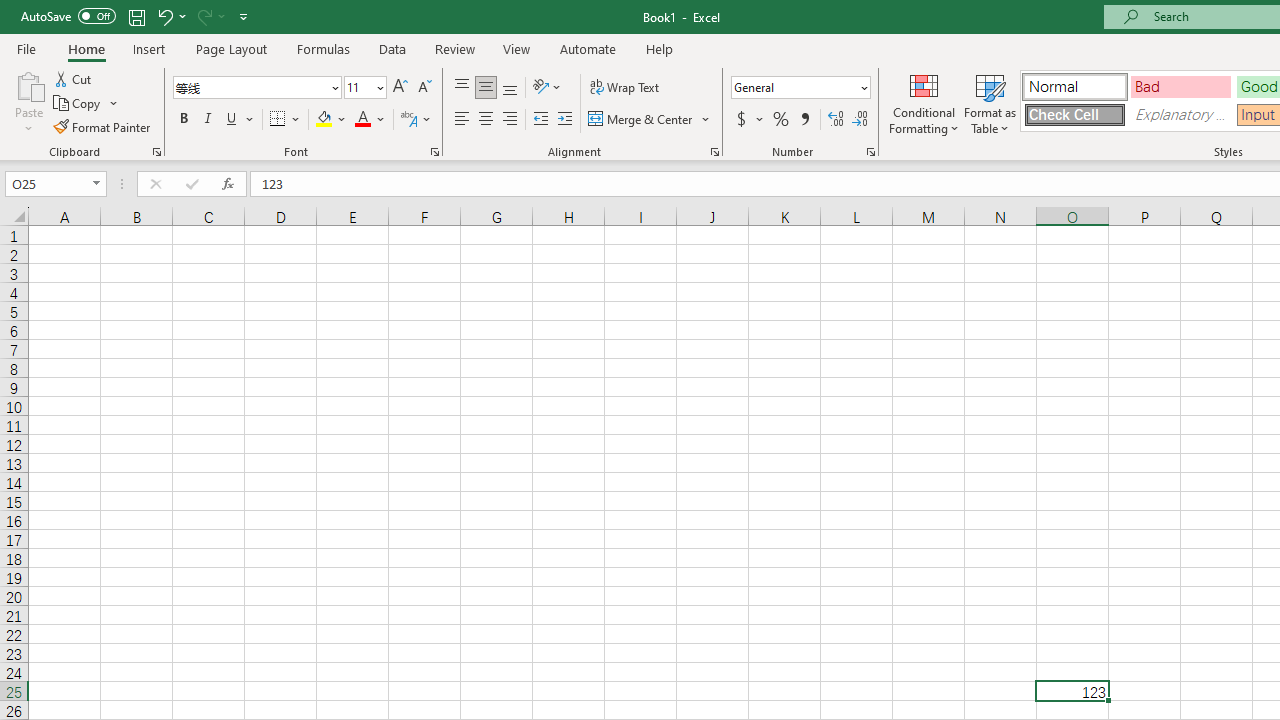  Describe the element at coordinates (461, 86) in the screenshot. I see `'Top Align'` at that location.